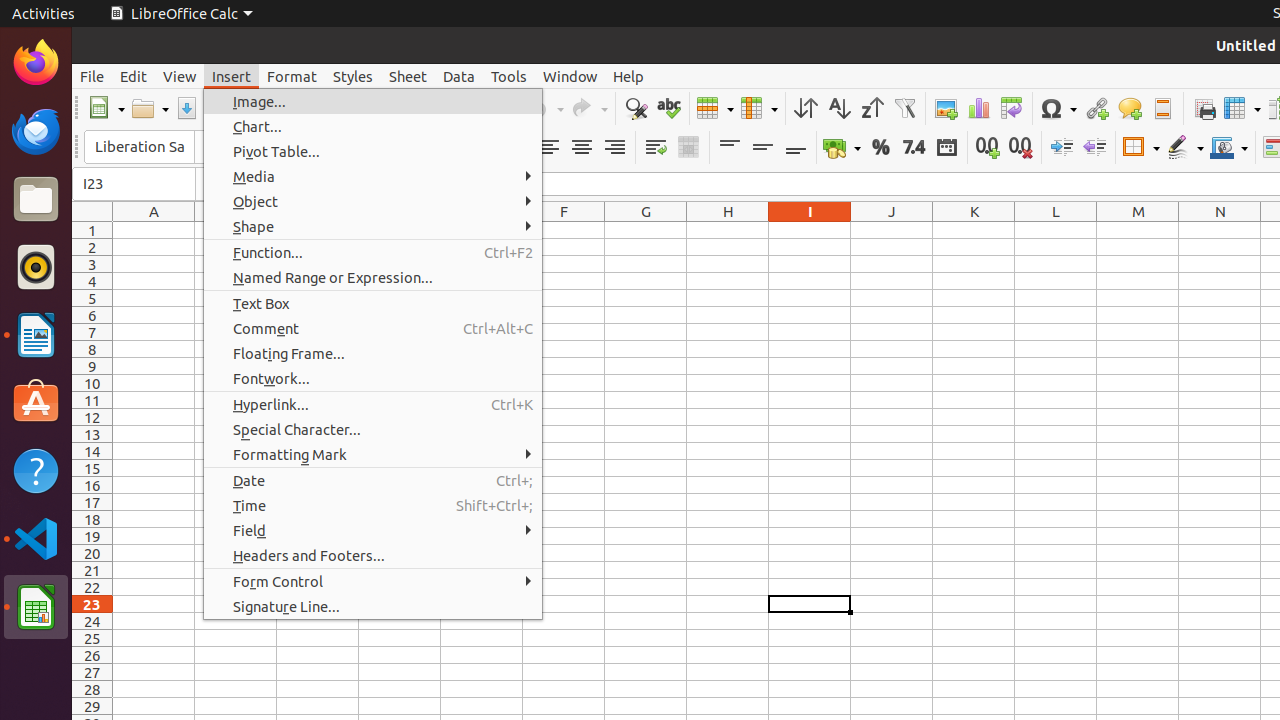  Describe the element at coordinates (179, 75) in the screenshot. I see `'View'` at that location.